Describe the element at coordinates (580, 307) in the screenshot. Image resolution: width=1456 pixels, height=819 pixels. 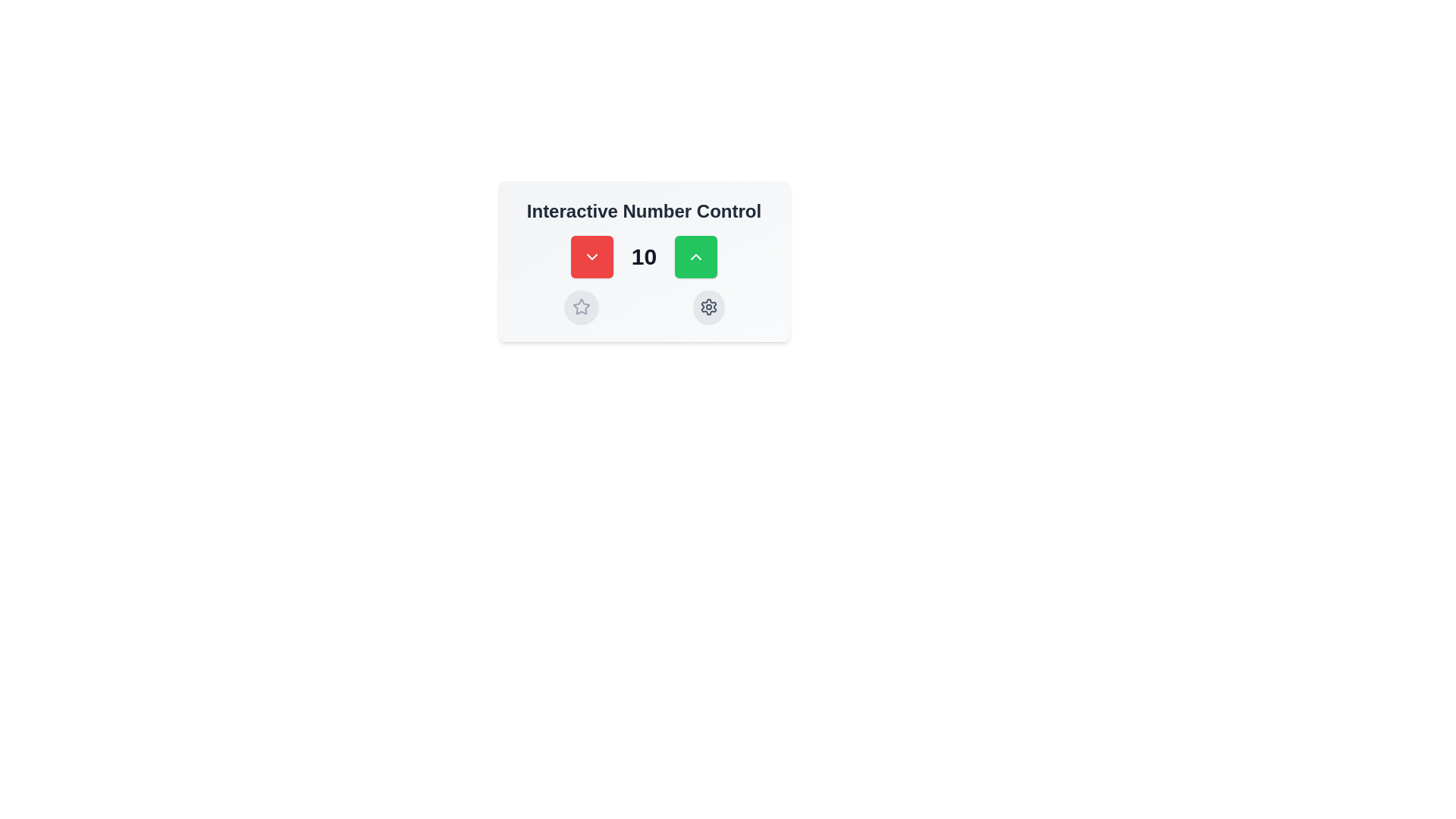
I see `the first button with a star icon located below the 'Interactive Number Control' label` at that location.